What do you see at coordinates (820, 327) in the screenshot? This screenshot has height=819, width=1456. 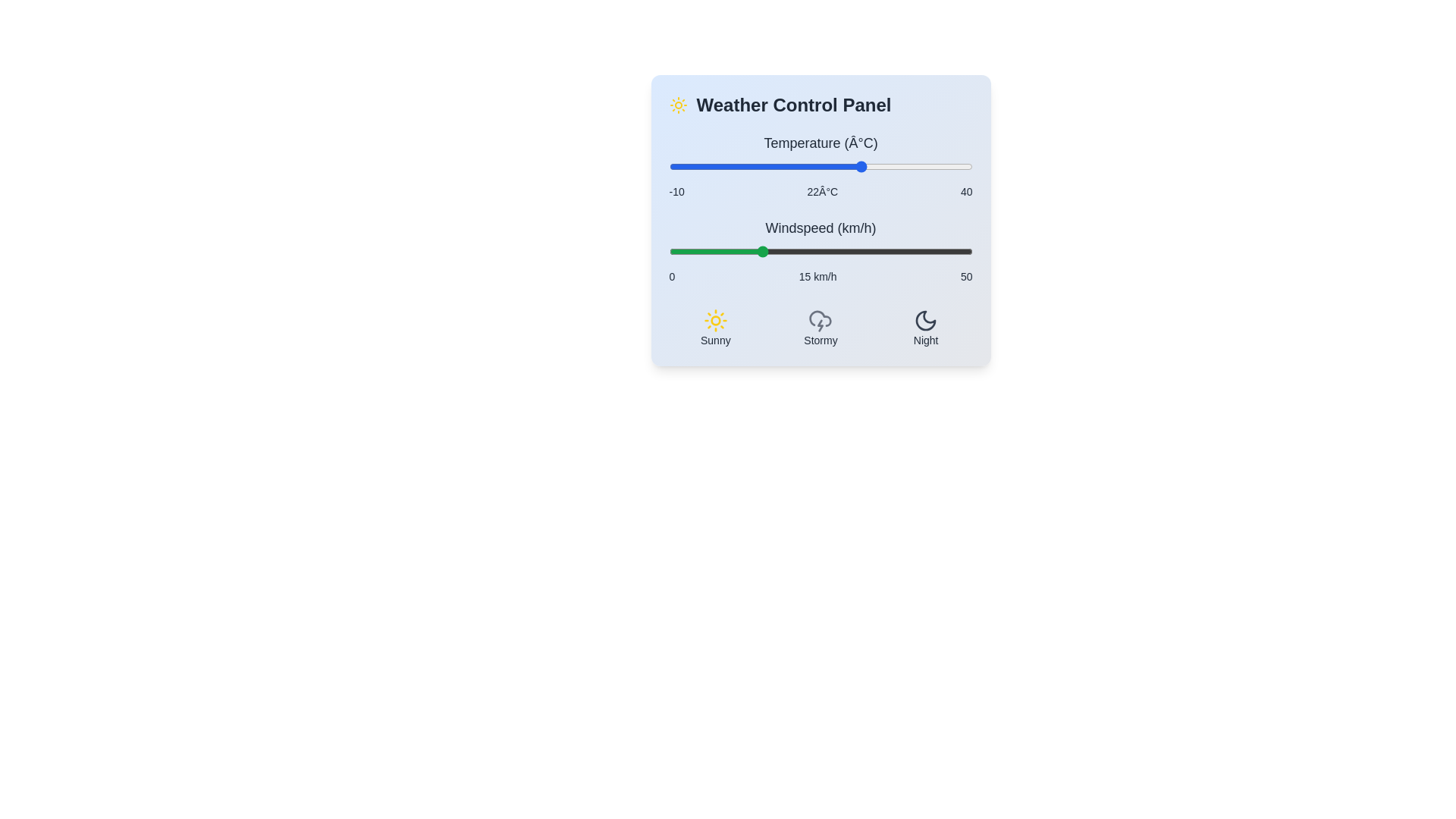 I see `the 'Stormy' weather option, which is represented by a cloudy storm graphic and labeled below, located in the middle of the weather conditions group` at bounding box center [820, 327].